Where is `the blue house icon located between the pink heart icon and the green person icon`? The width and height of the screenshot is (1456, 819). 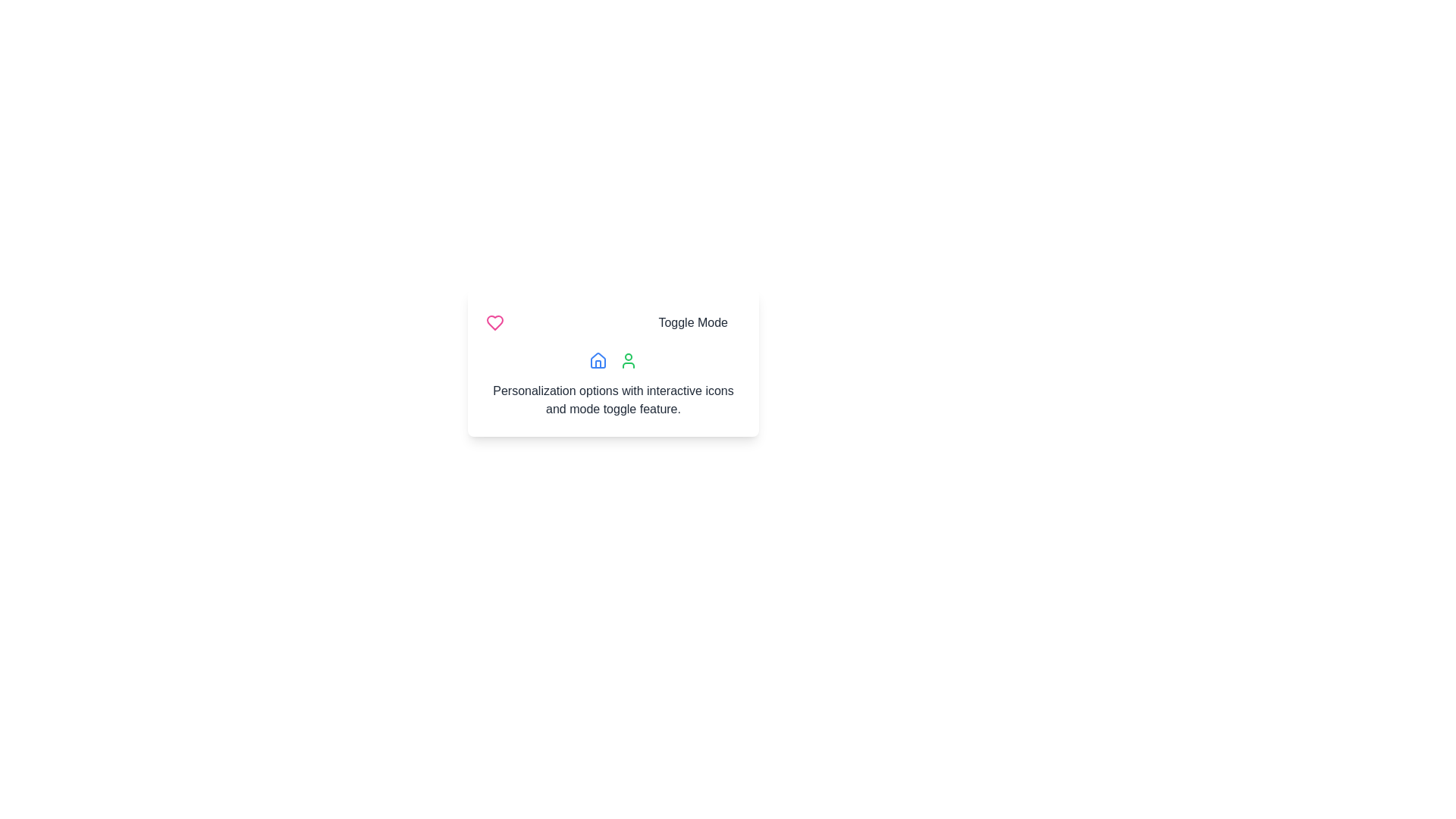 the blue house icon located between the pink heart icon and the green person icon is located at coordinates (597, 359).